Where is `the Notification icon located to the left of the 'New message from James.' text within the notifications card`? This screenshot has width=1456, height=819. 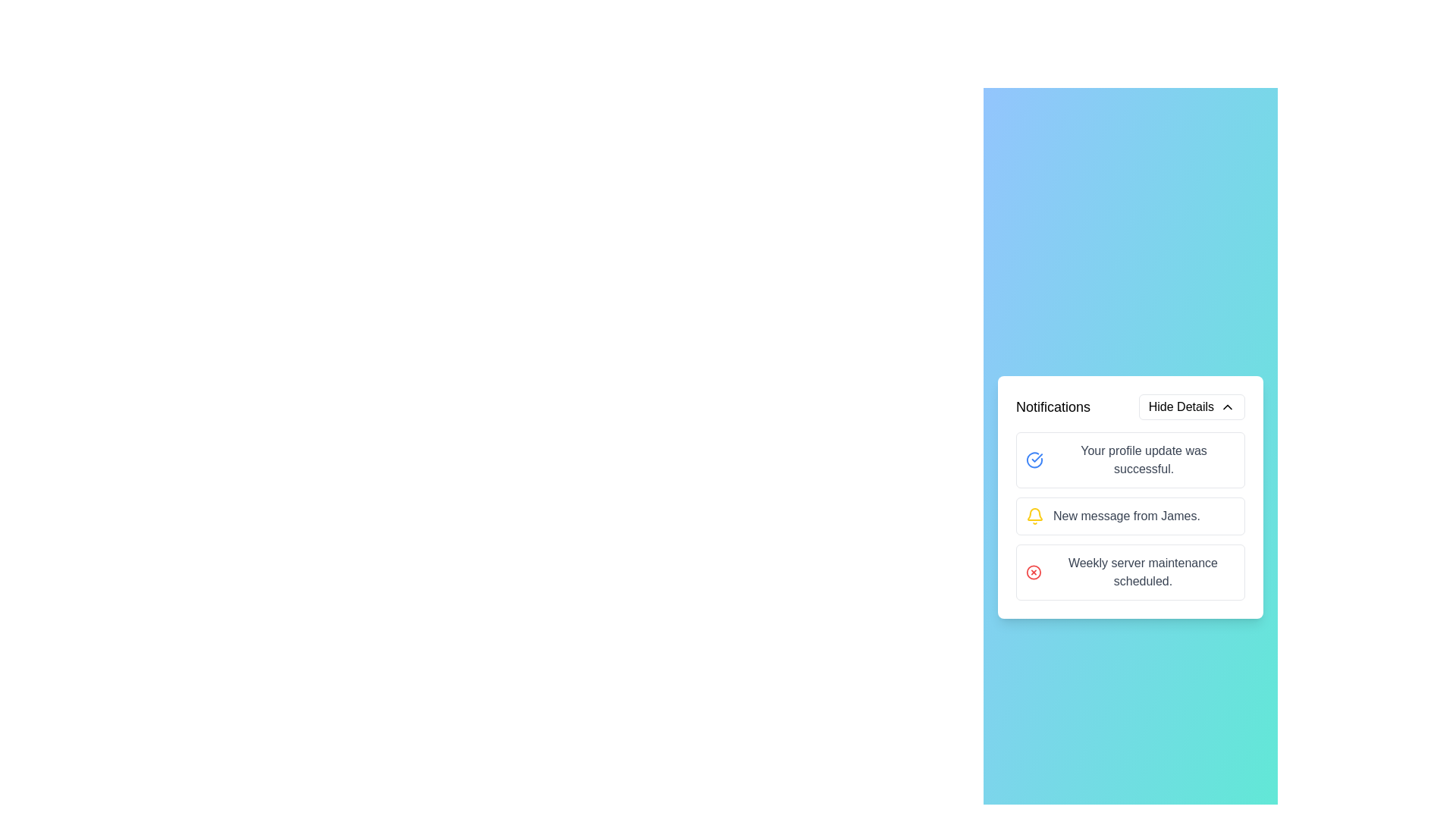 the Notification icon located to the left of the 'New message from James.' text within the notifications card is located at coordinates (1034, 516).